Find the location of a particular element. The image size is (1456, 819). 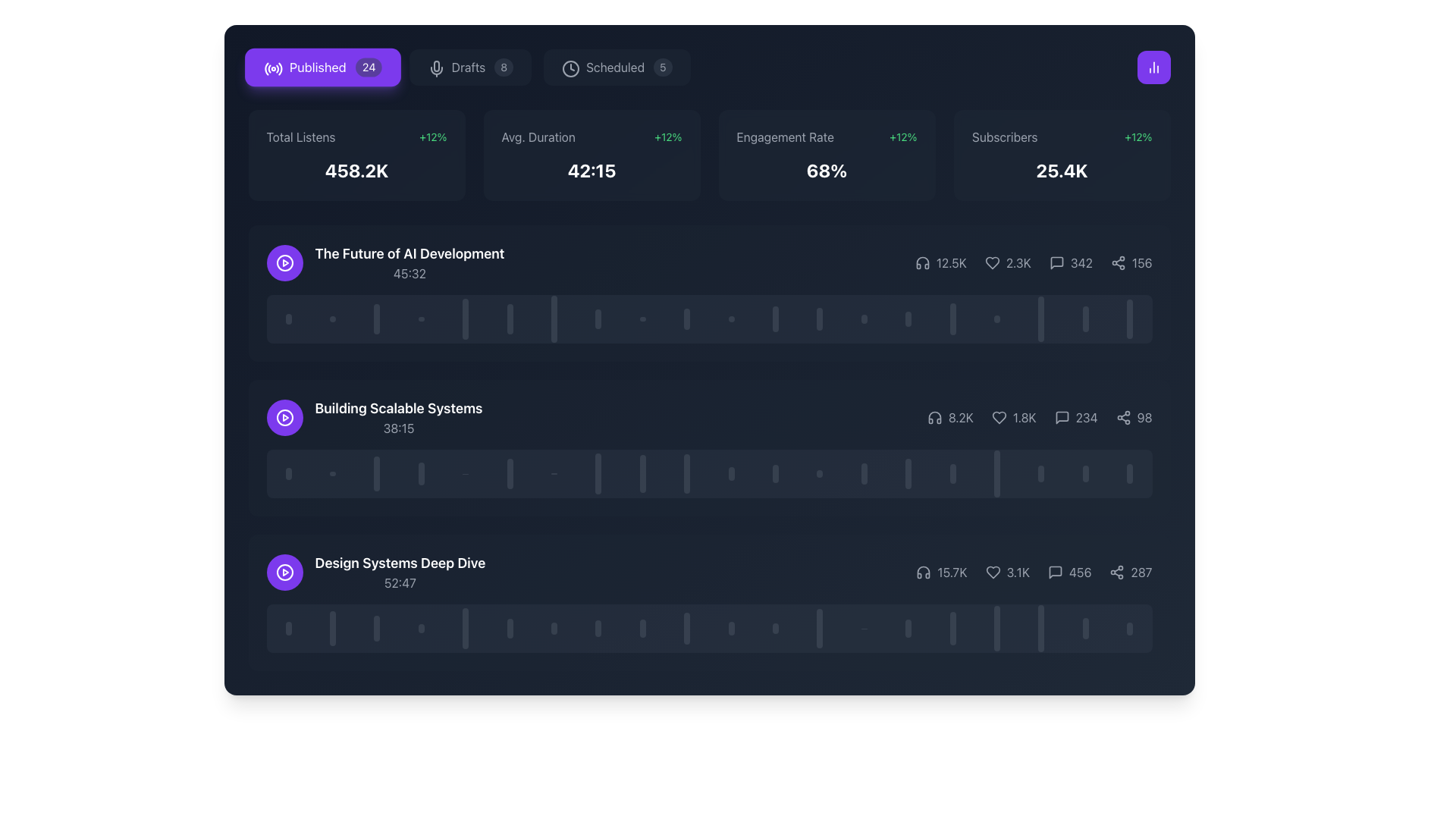

the 'Share' Icon button located to the left of the number '98' in the middle row is located at coordinates (1123, 418).